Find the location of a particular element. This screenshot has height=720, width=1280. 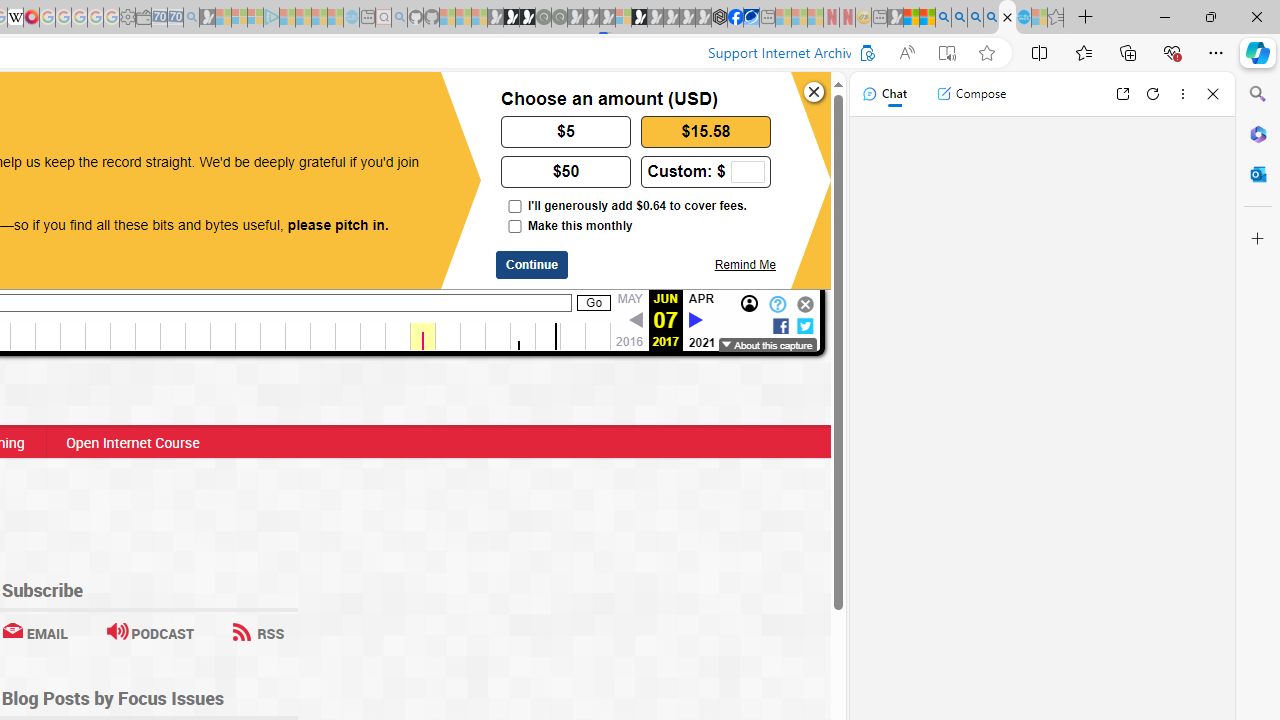

'Future Focus Report 2024 - Sleeping' is located at coordinates (559, 17).